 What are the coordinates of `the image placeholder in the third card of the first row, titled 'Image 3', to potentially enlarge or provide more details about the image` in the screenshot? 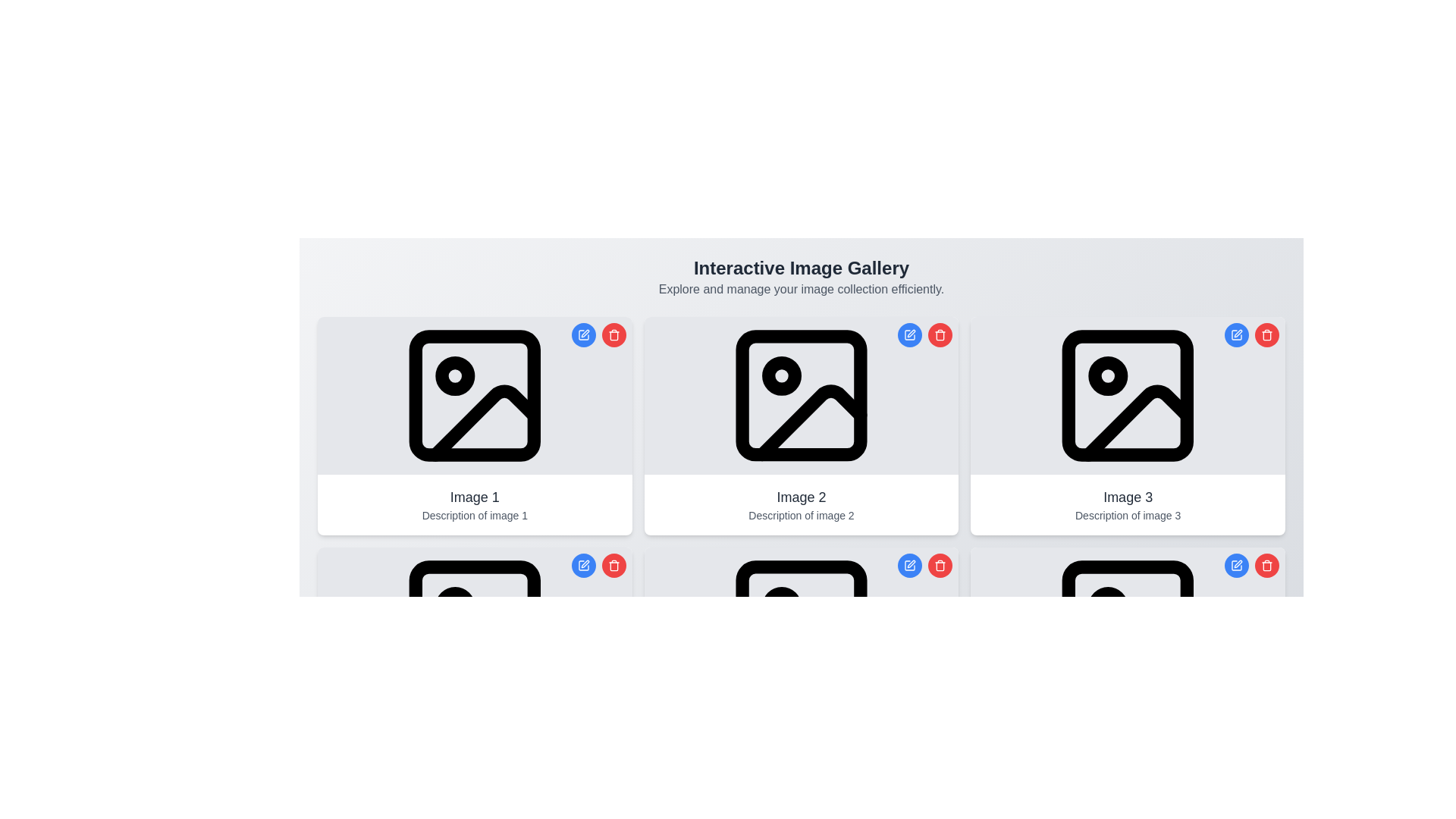 It's located at (1128, 394).